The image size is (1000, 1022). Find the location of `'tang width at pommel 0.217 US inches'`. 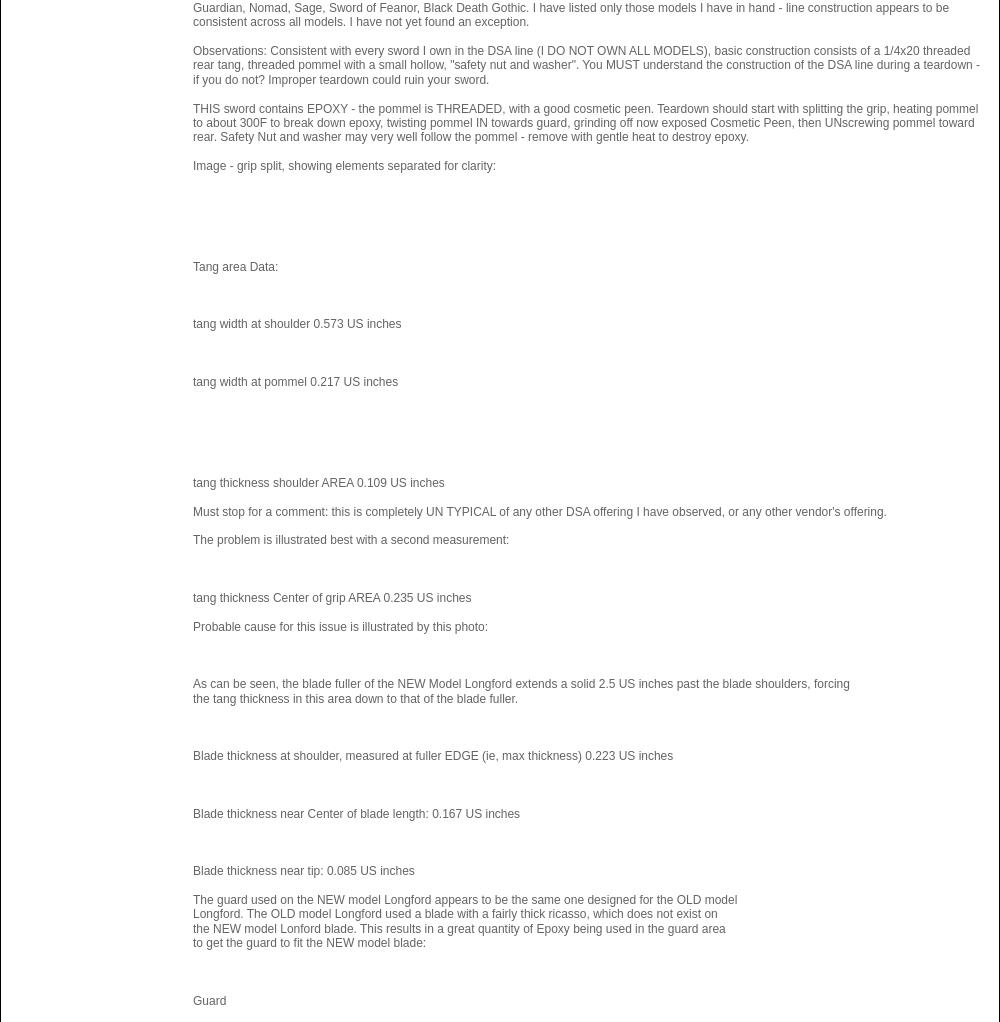

'tang width at pommel 0.217 US inches' is located at coordinates (295, 381).